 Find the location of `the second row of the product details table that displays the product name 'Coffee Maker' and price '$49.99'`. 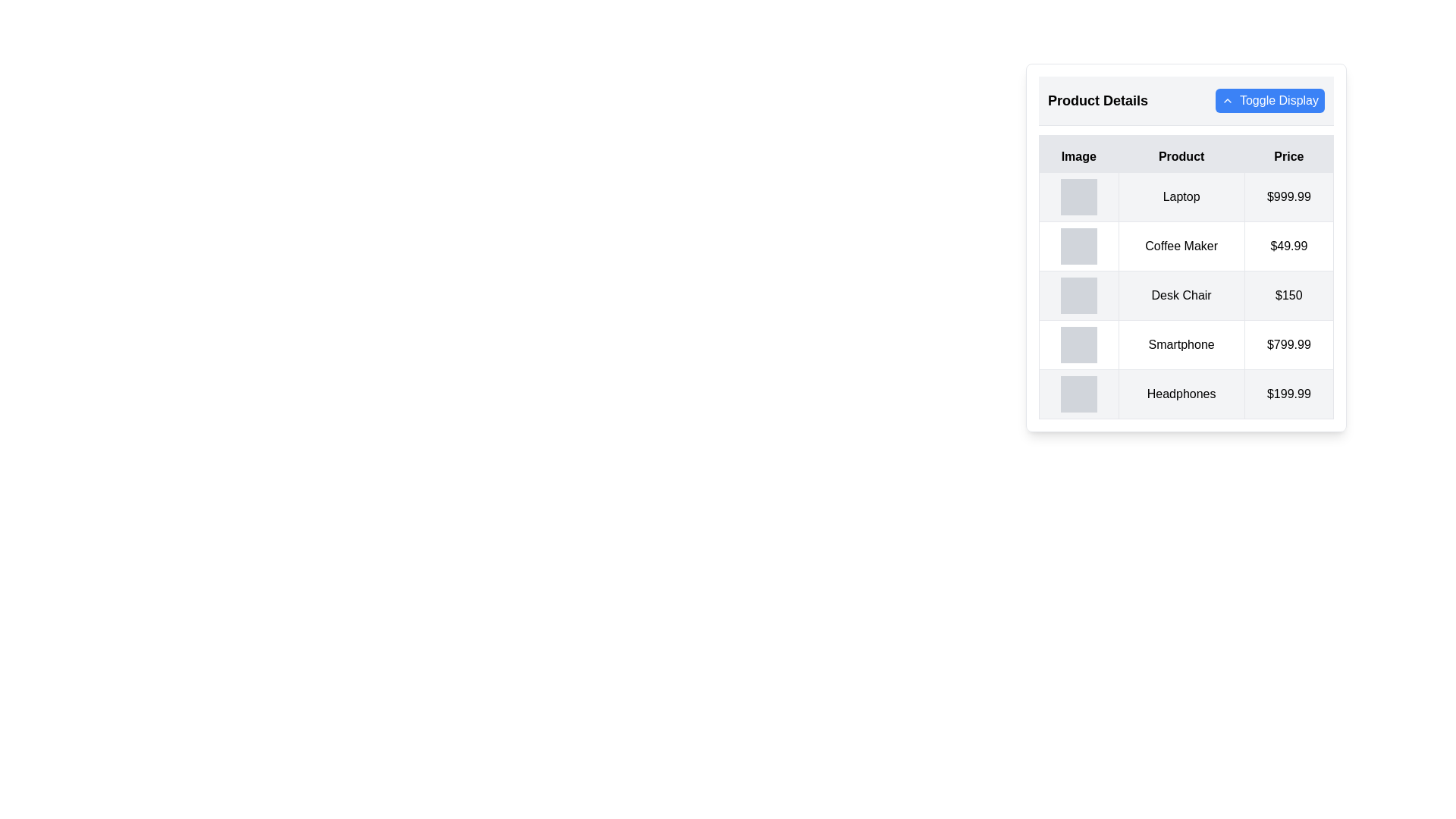

the second row of the product details table that displays the product name 'Coffee Maker' and price '$49.99' is located at coordinates (1185, 245).